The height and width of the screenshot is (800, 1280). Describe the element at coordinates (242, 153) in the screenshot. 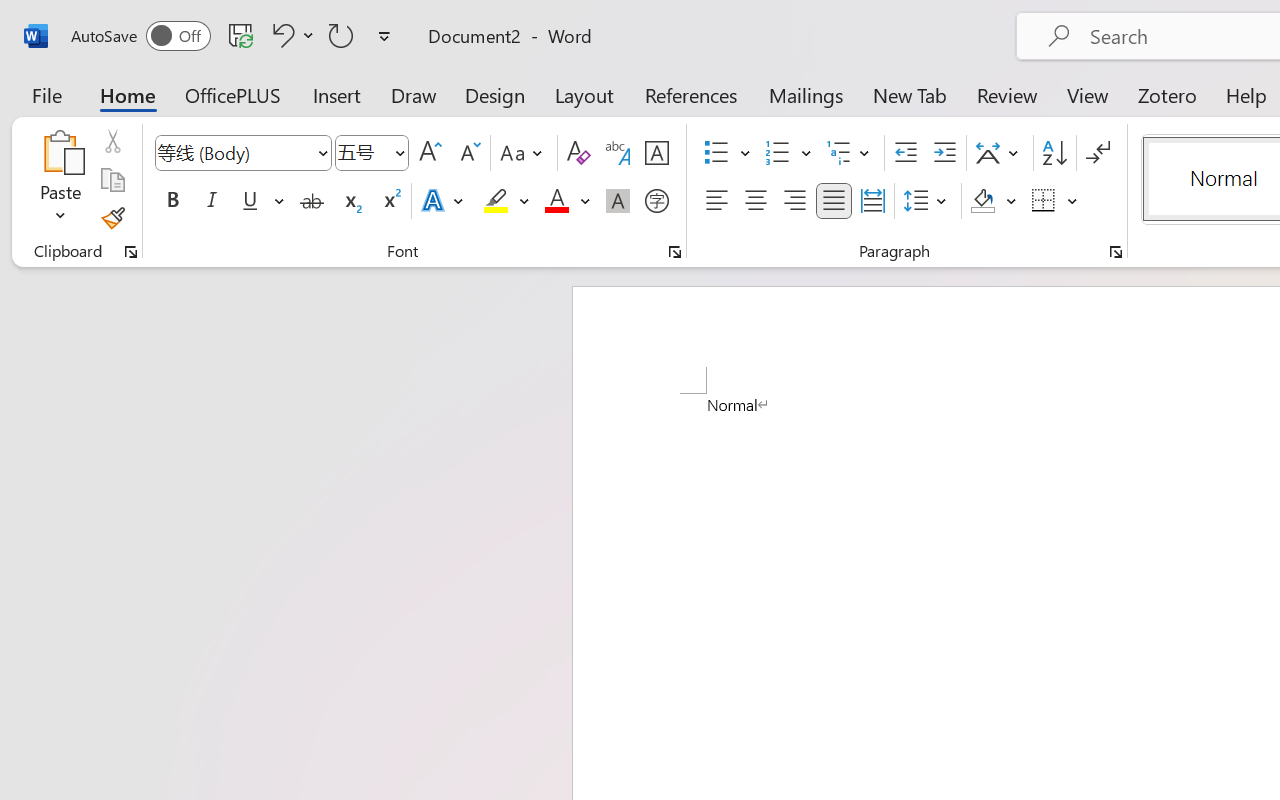

I see `'Font'` at that location.